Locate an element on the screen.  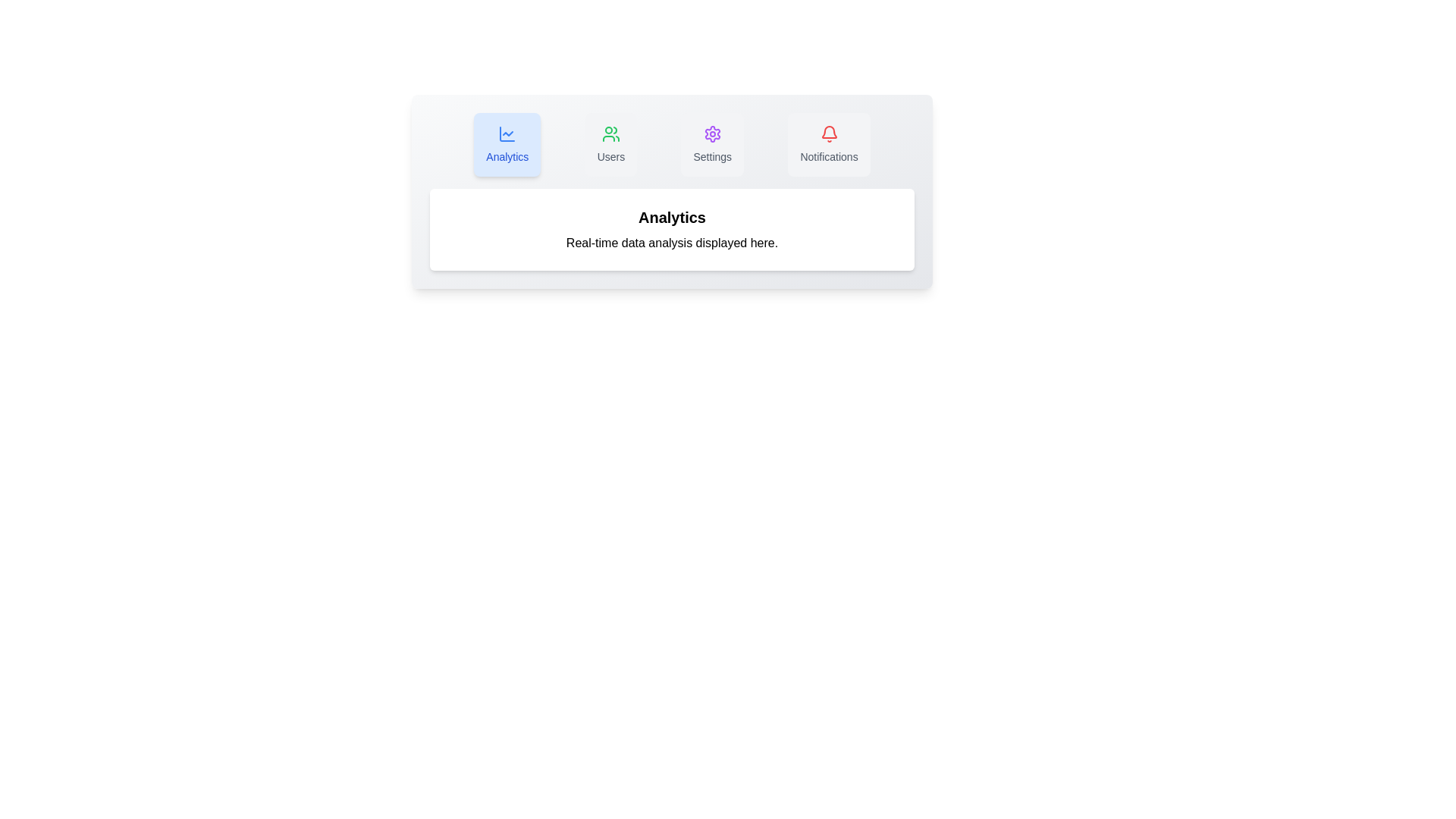
the Settings tab to switch to it is located at coordinates (711, 145).